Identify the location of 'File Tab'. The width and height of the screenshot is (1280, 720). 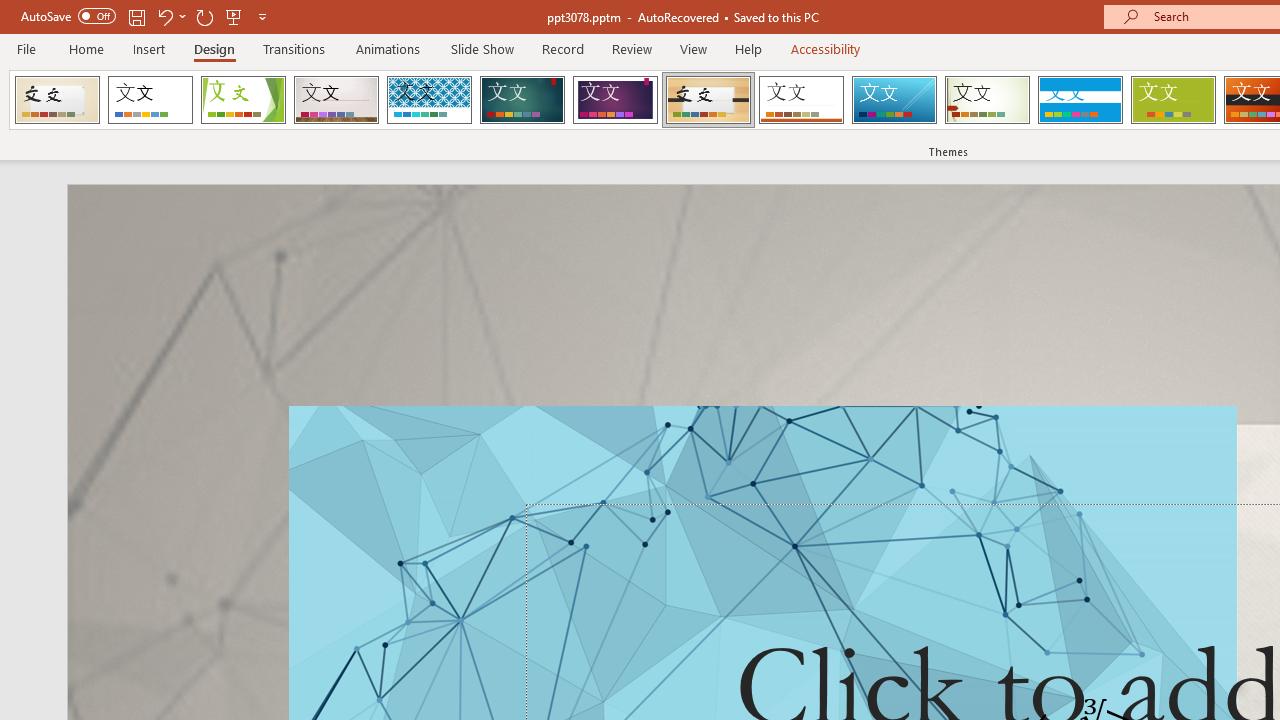
(26, 47).